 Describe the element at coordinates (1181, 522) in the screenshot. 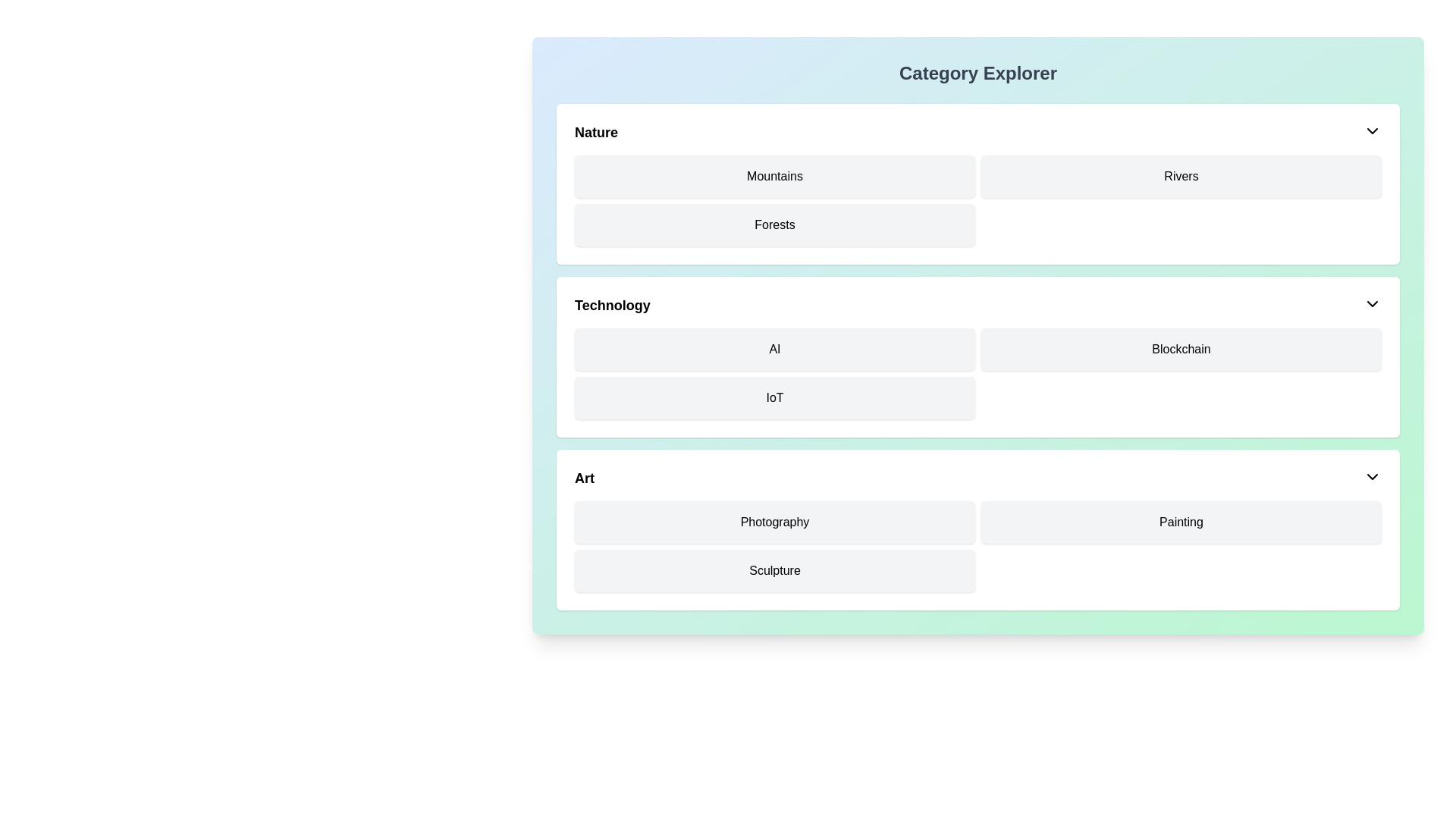

I see `the text label displaying 'Painting' in black font on a light gray background, located in the third column of the second row under the 'Art' category` at that location.